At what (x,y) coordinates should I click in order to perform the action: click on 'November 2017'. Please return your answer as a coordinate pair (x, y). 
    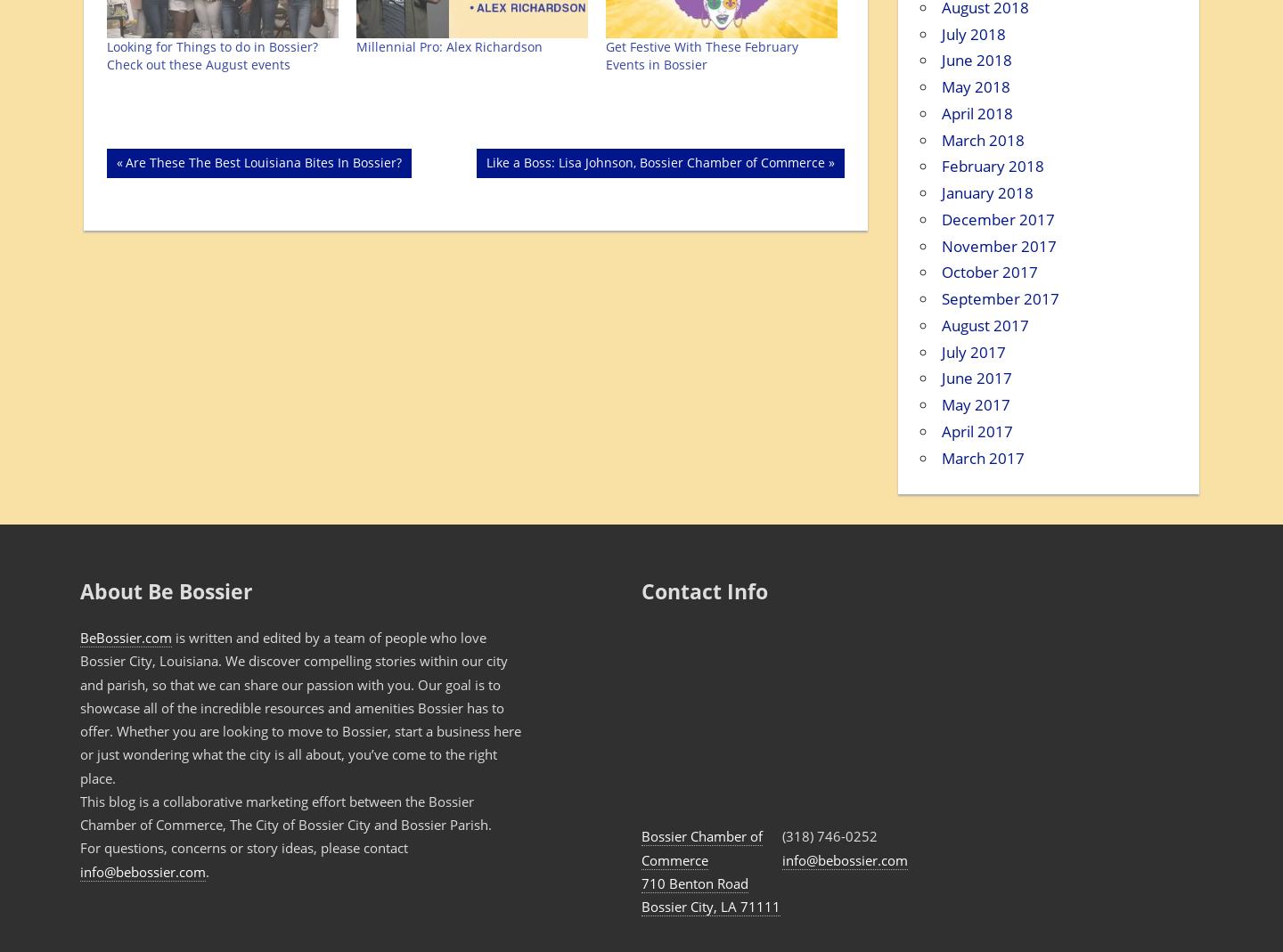
    Looking at the image, I should click on (941, 244).